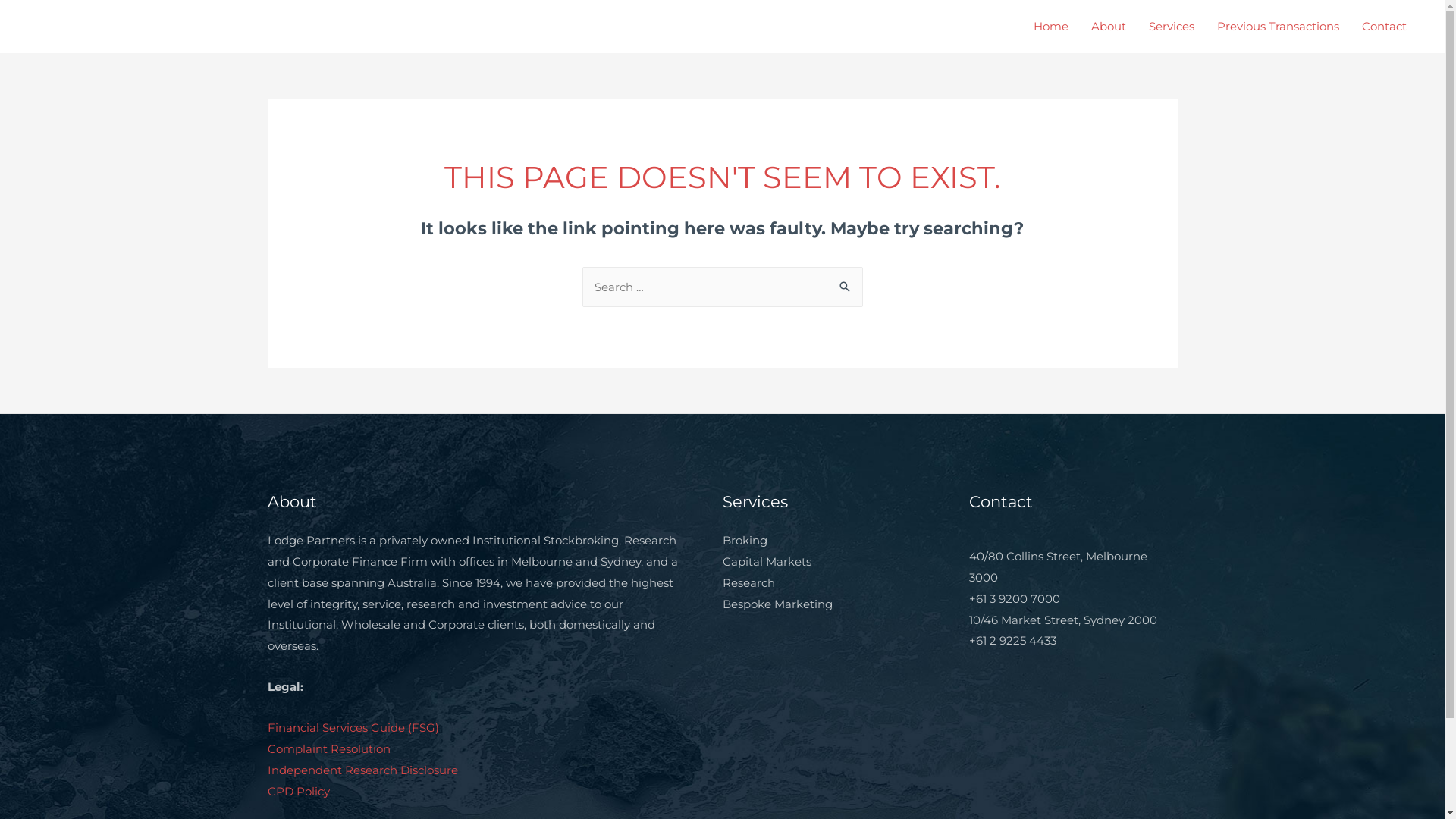 This screenshot has width=1456, height=819. Describe the element at coordinates (1012, 640) in the screenshot. I see `'+61 2 9225 4433'` at that location.